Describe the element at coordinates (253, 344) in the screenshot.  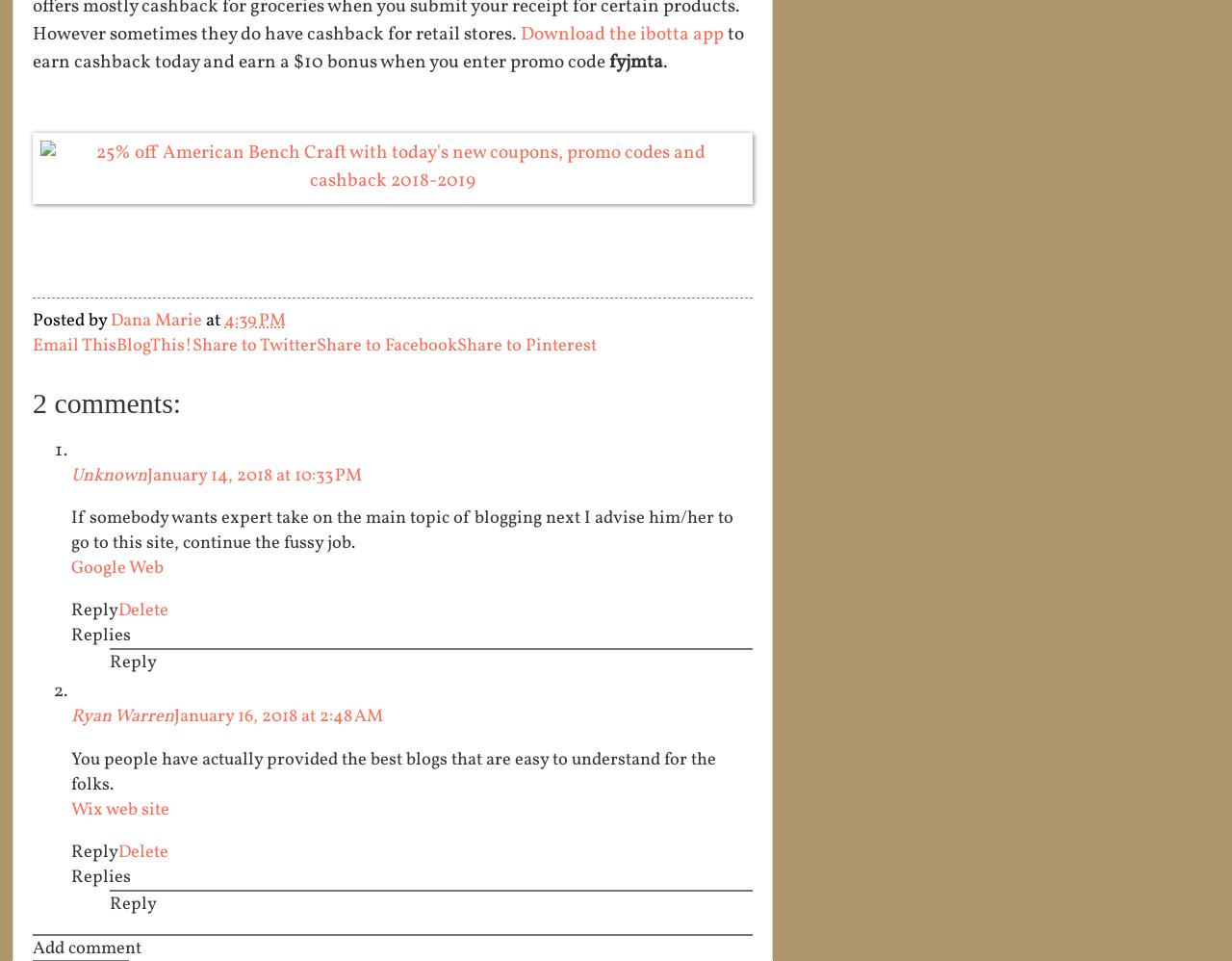
I see `'Share to Twitter'` at that location.